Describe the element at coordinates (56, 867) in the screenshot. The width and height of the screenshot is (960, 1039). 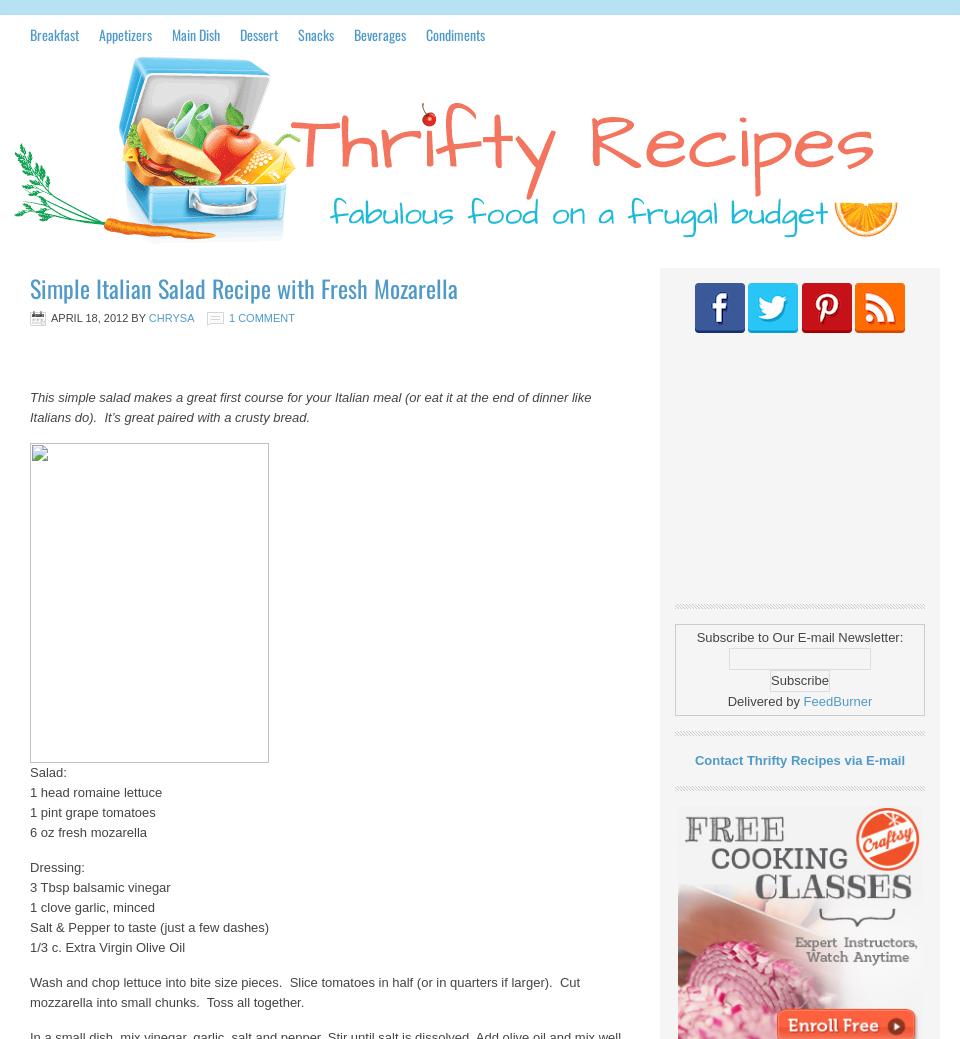
I see `'Dressing:'` at that location.